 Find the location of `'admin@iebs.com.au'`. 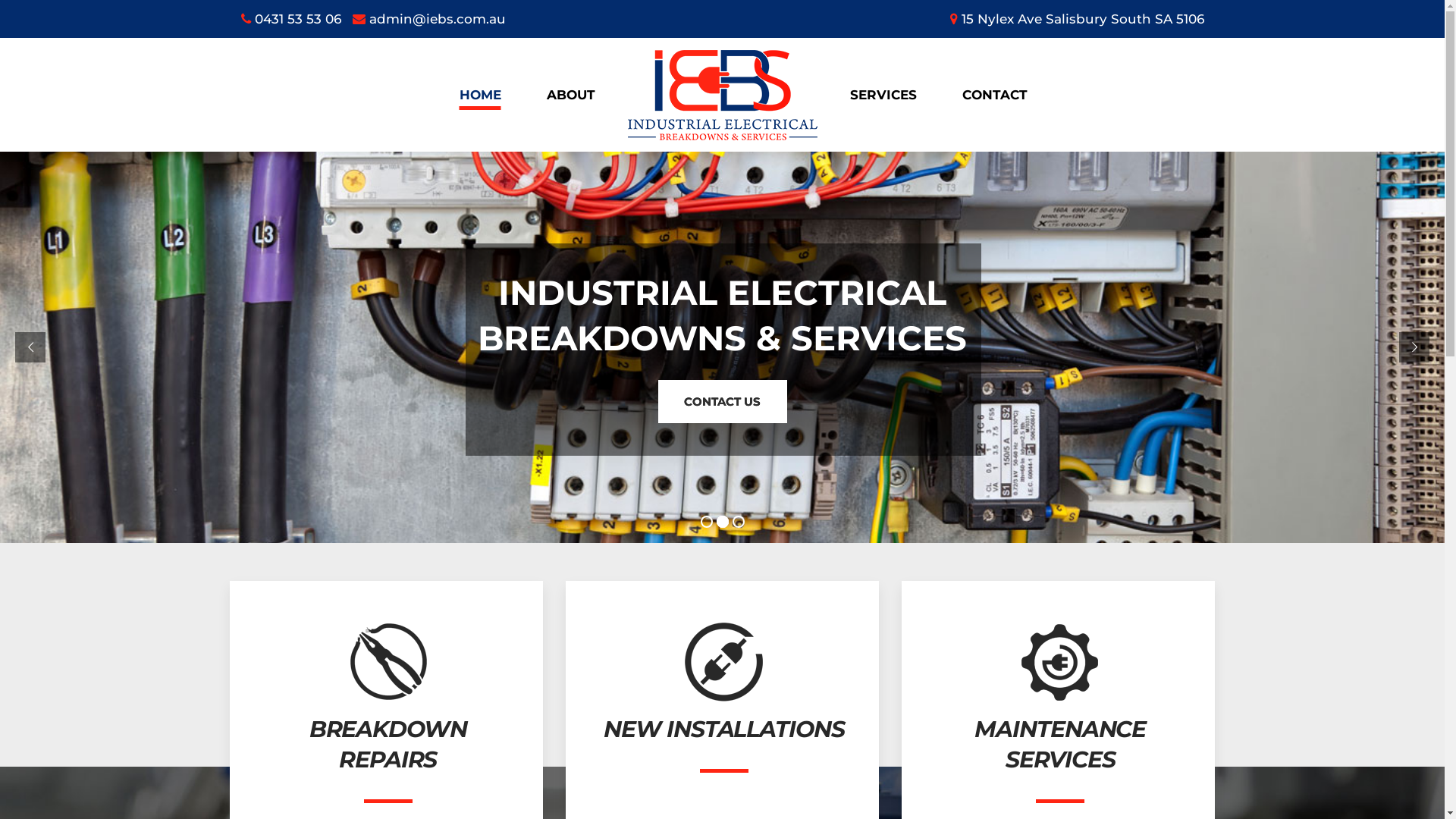

'admin@iebs.com.au' is located at coordinates (428, 18).